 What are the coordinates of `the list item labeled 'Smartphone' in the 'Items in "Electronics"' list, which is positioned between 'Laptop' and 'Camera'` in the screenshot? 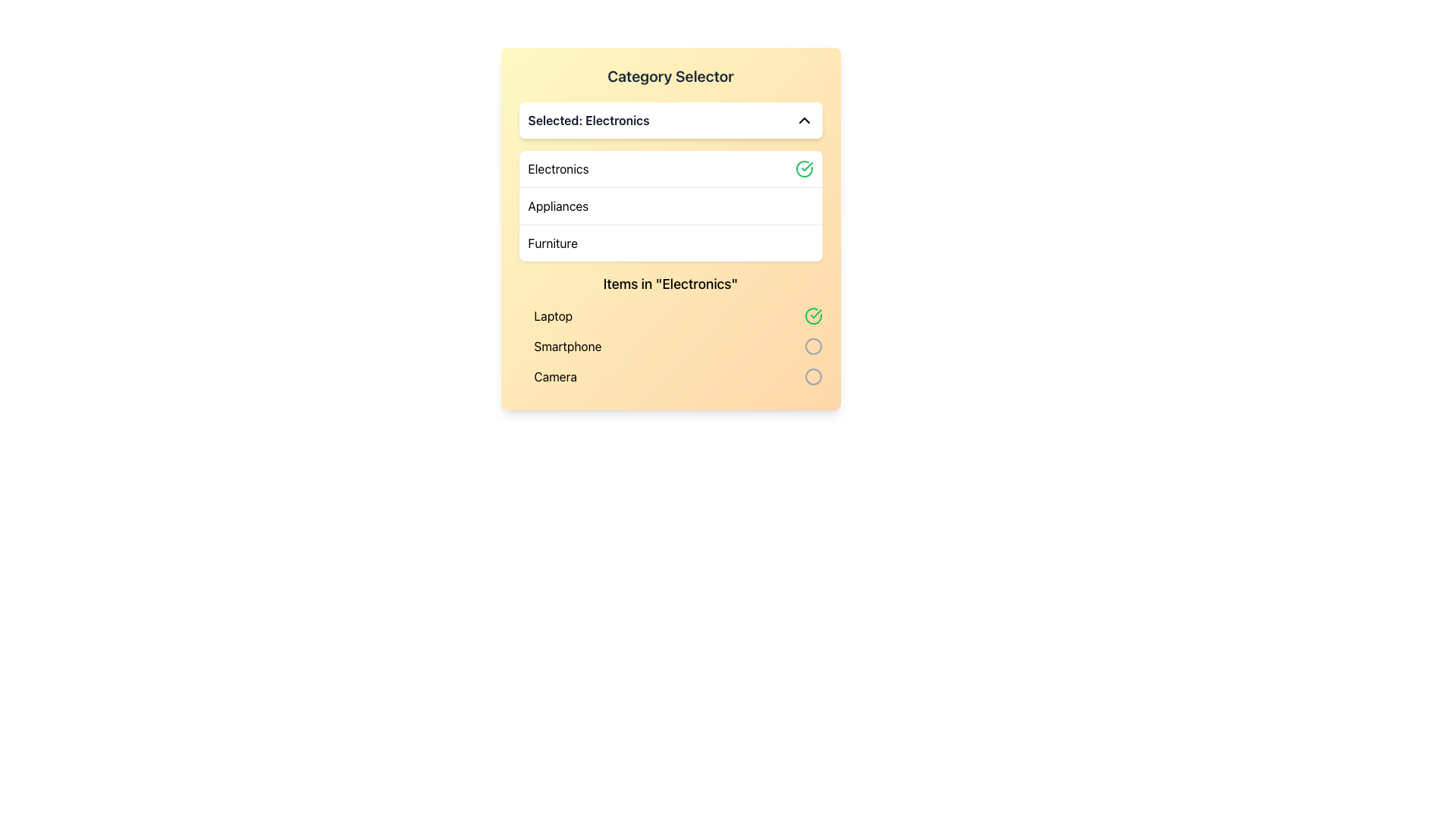 It's located at (670, 346).